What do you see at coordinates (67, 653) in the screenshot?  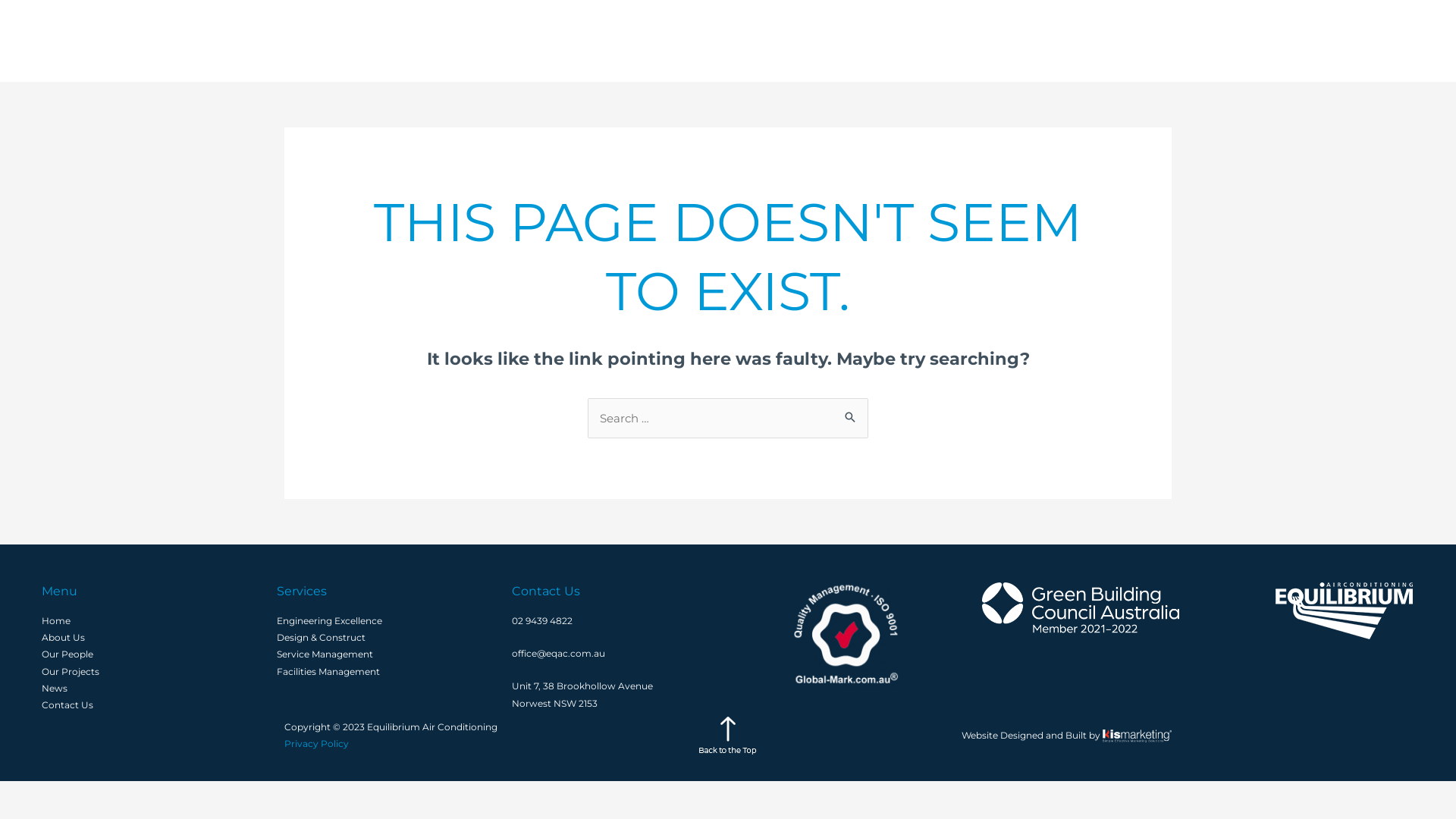 I see `'Our People'` at bounding box center [67, 653].